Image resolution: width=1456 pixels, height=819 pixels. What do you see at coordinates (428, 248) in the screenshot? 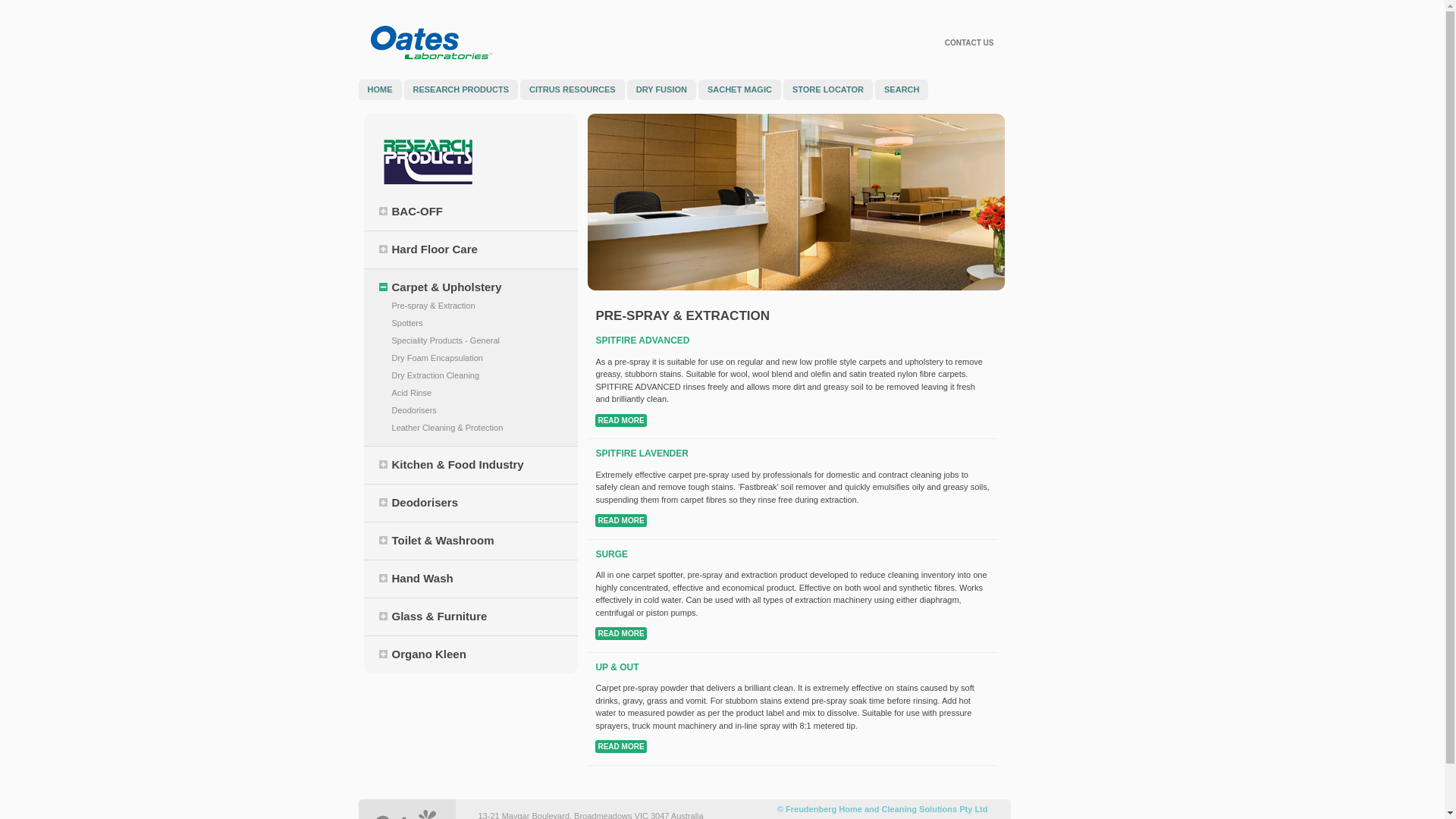
I see `'Hard Floor Care'` at bounding box center [428, 248].